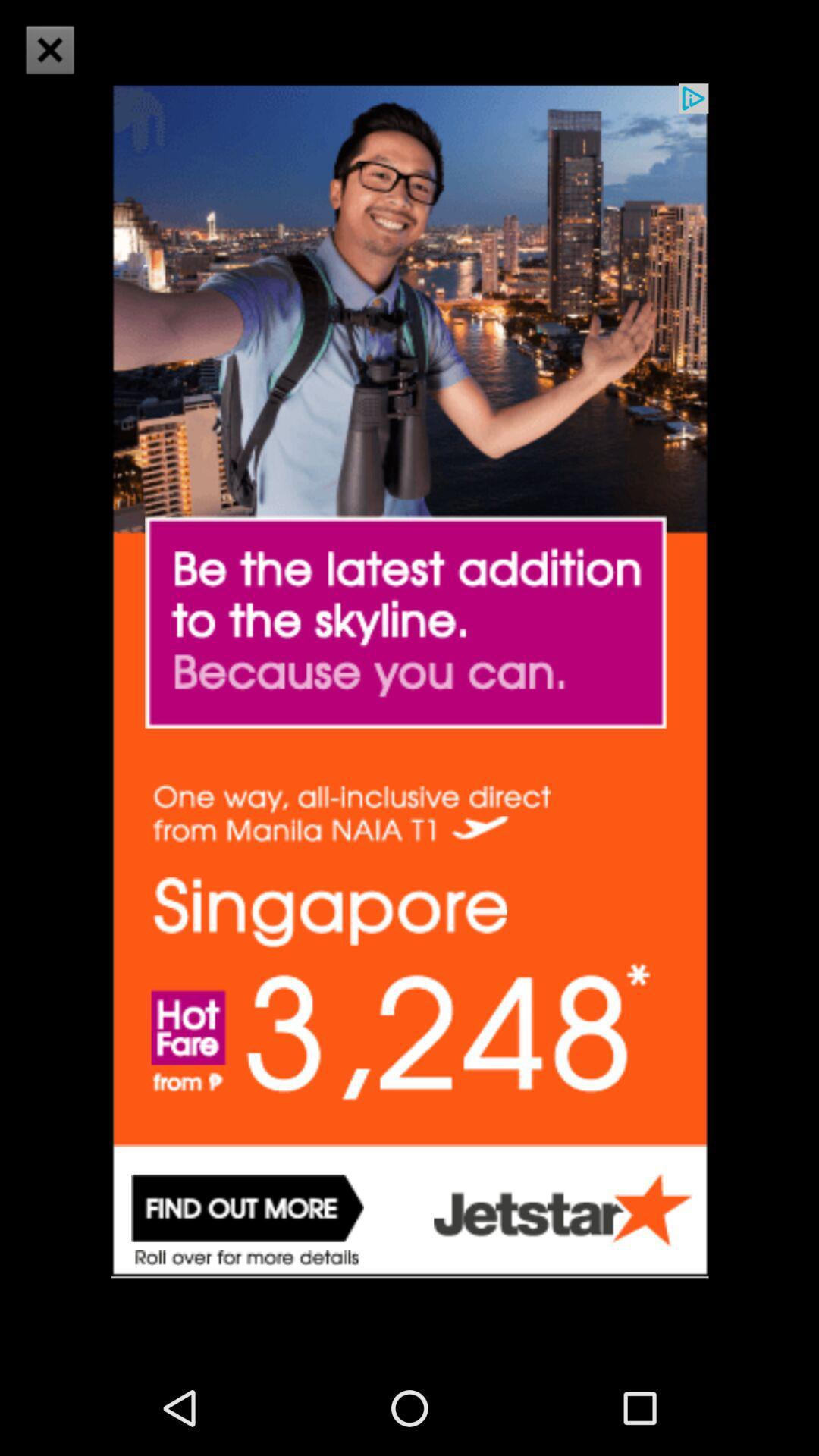 The height and width of the screenshot is (1456, 819). Describe the element at coordinates (49, 53) in the screenshot. I see `the close icon` at that location.